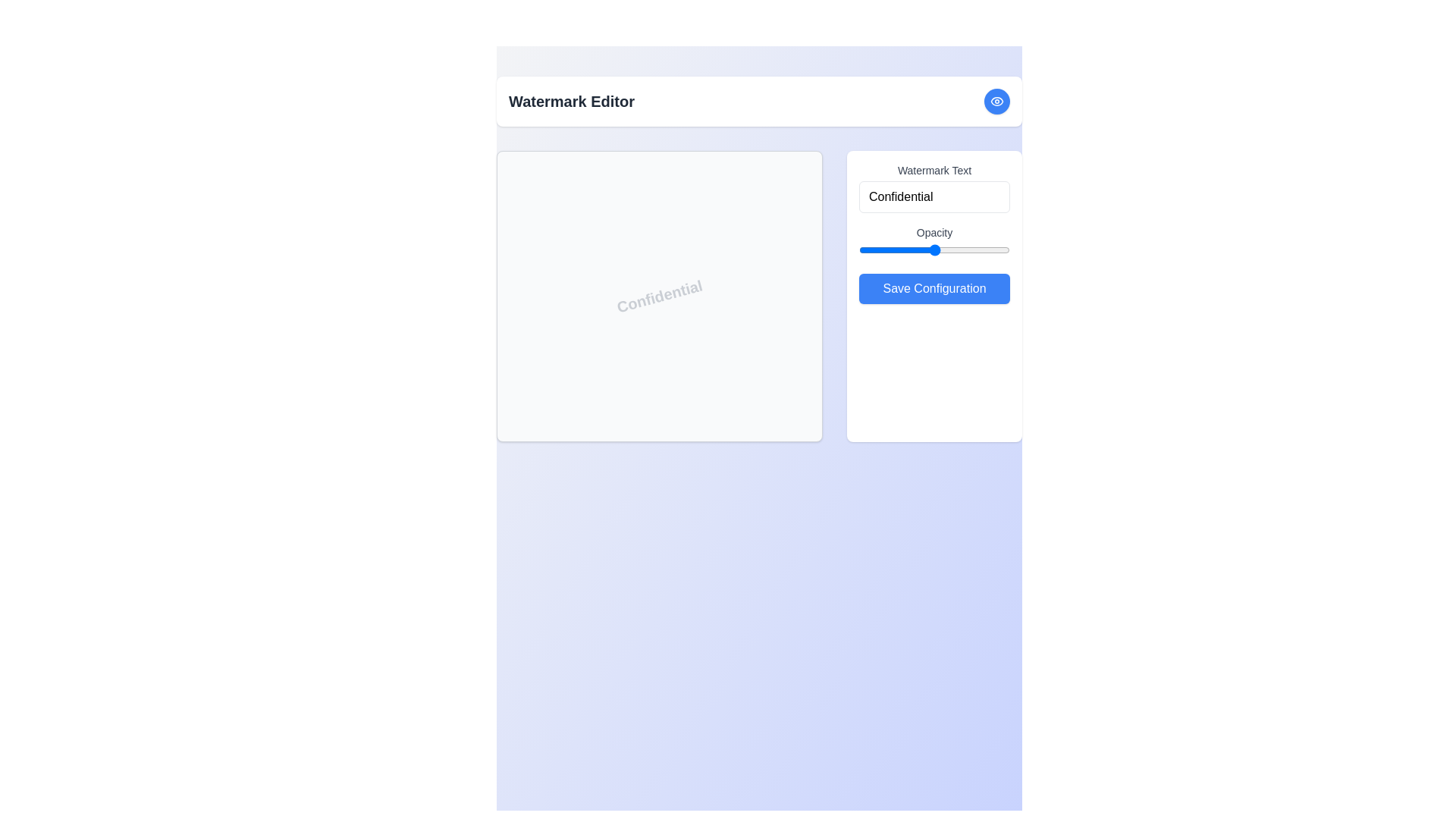  What do you see at coordinates (759, 296) in the screenshot?
I see `the Display area or viewport used for previewing the watermark configuration, located under 'Watermark Editor'` at bounding box center [759, 296].